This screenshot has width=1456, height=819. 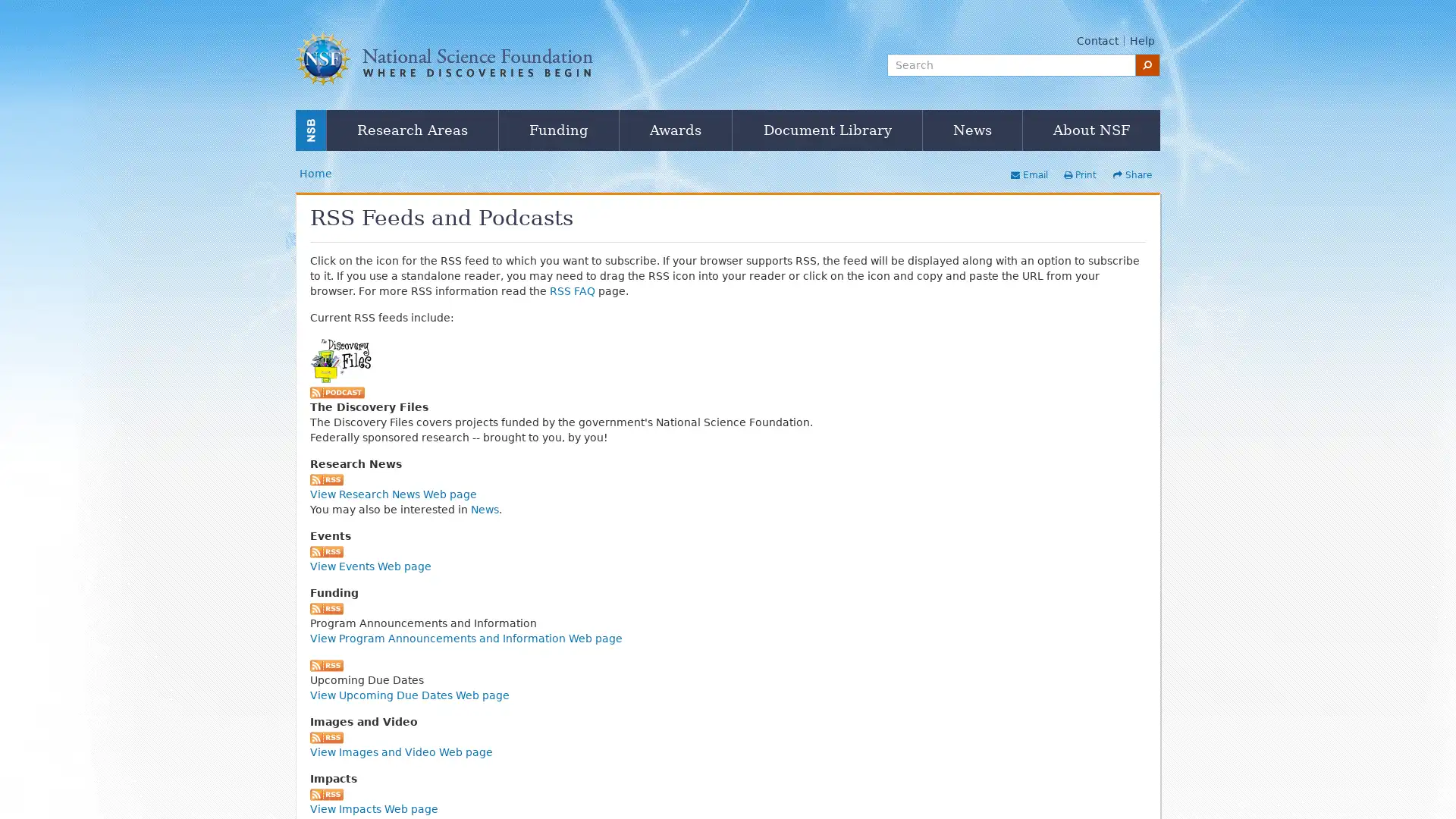 I want to click on search, so click(x=1147, y=64).